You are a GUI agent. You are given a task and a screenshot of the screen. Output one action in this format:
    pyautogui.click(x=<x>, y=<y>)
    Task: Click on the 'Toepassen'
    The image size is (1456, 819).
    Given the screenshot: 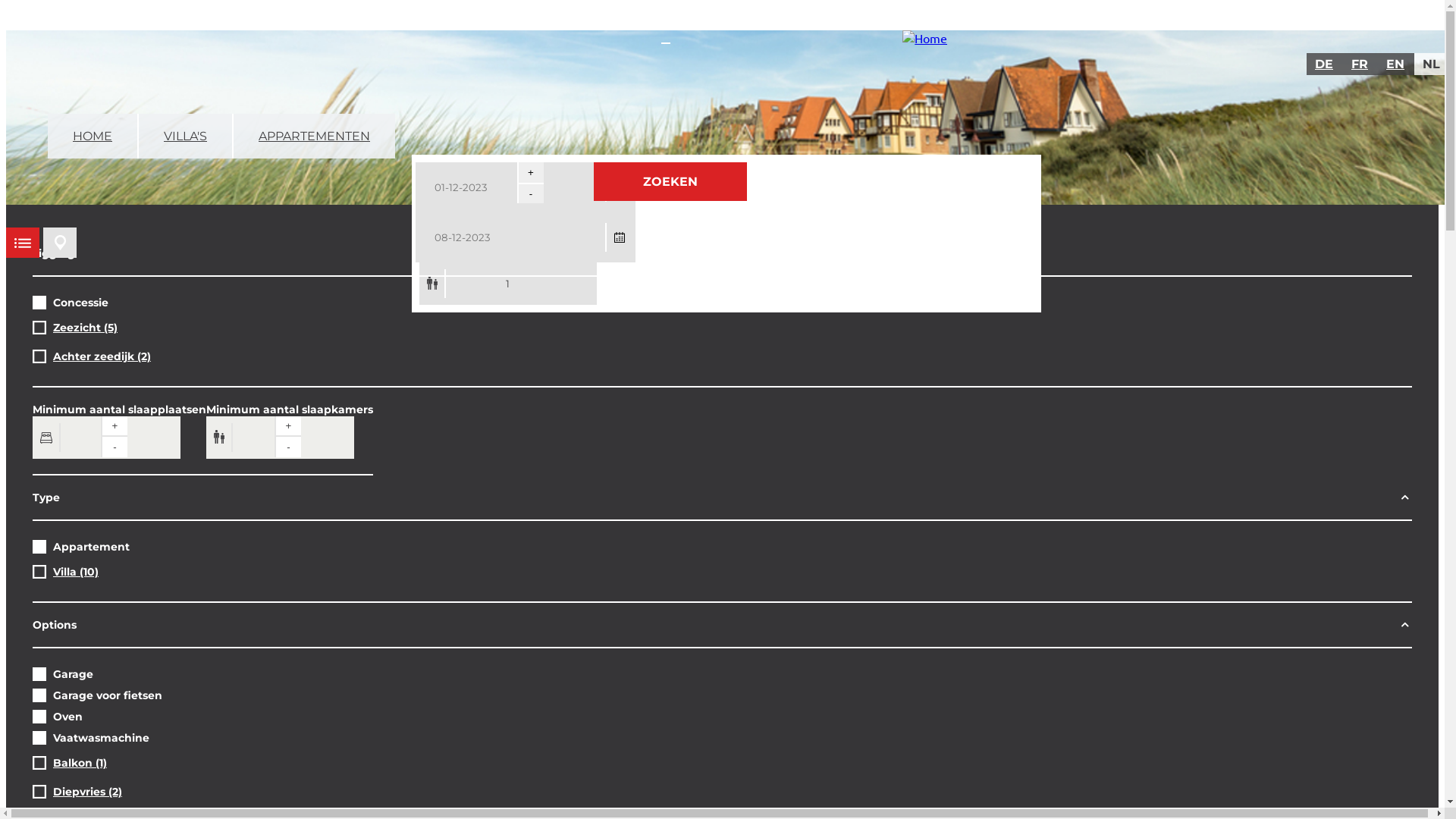 What is the action you would take?
    pyautogui.click(x=49, y=20)
    